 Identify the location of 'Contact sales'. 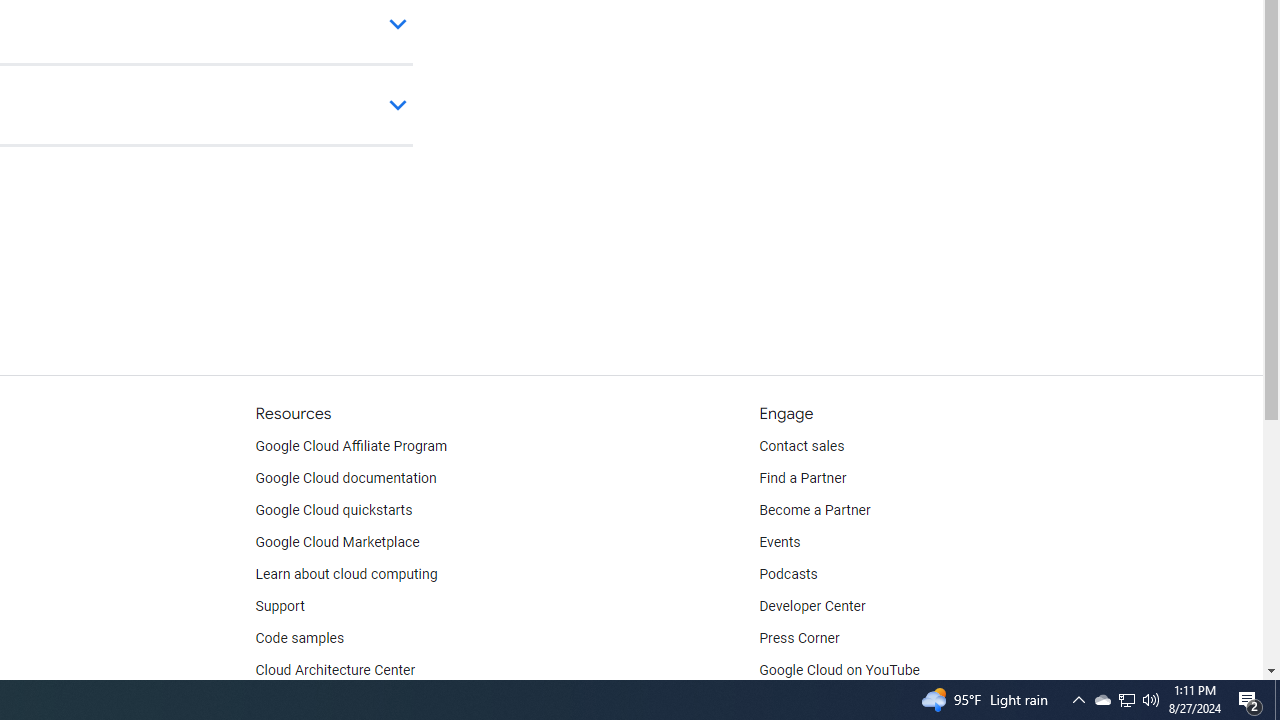
(801, 446).